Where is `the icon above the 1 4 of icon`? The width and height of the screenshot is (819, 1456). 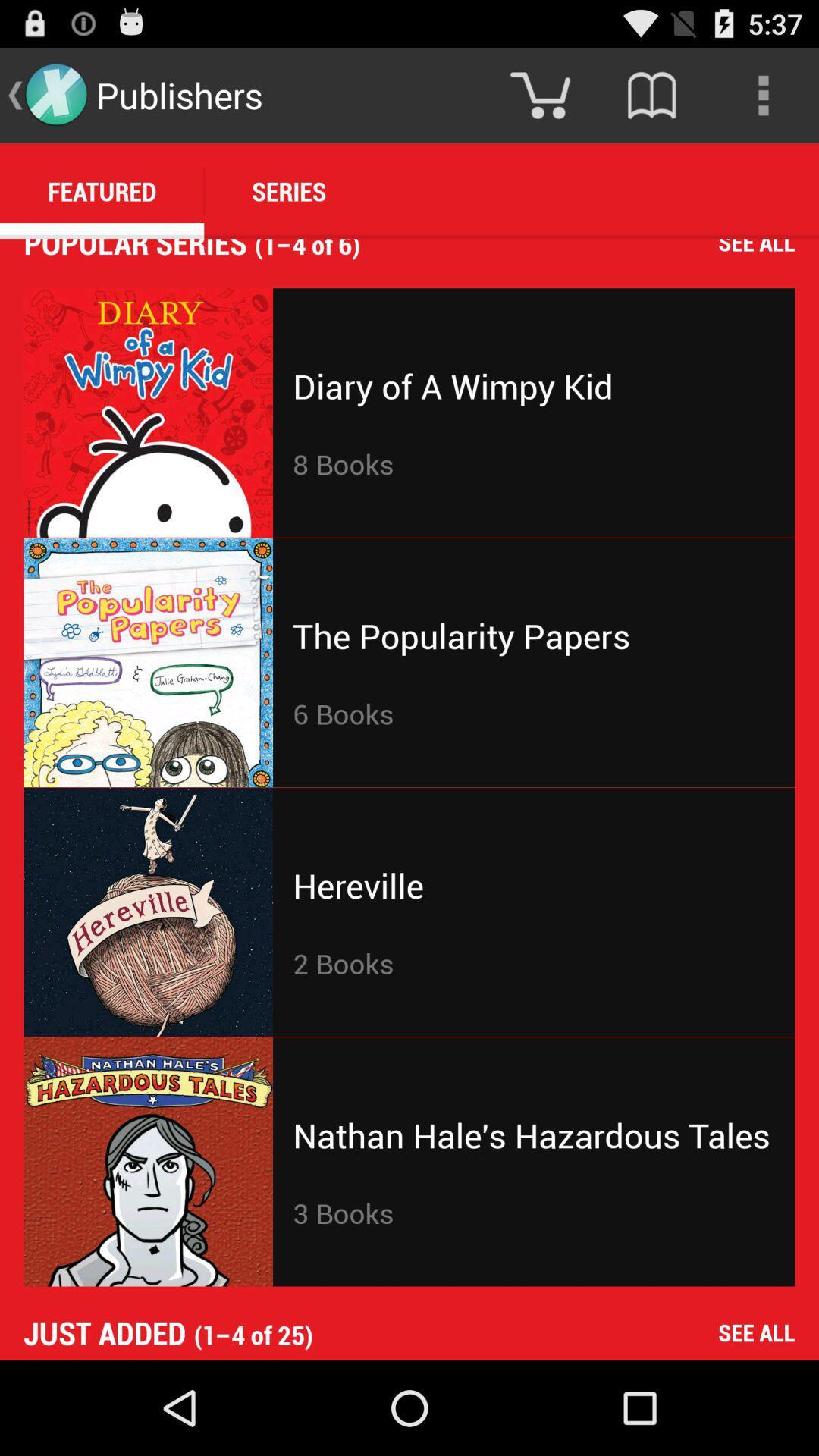
the icon above the 1 4 of icon is located at coordinates (763, 94).